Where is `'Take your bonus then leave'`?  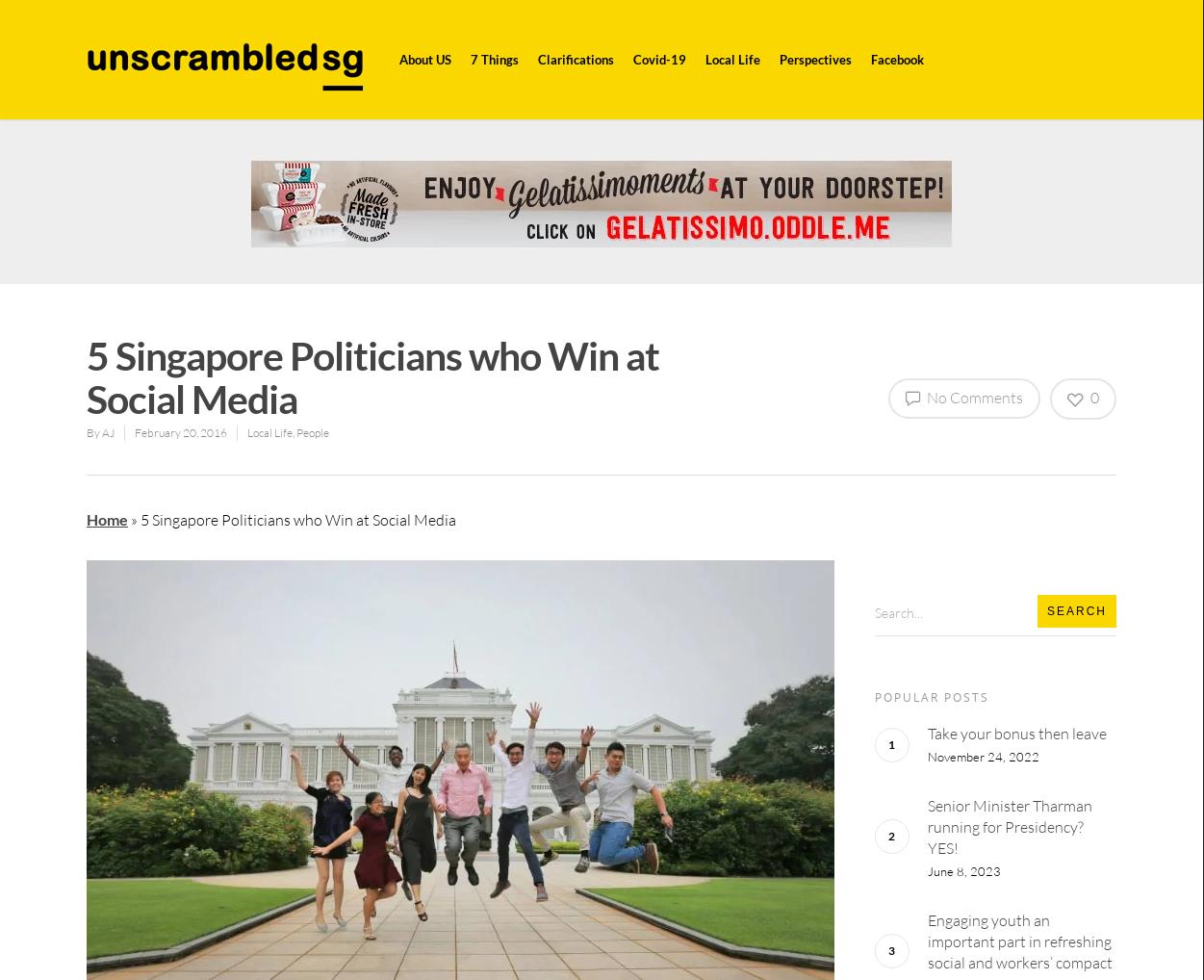 'Take your bonus then leave' is located at coordinates (1014, 732).